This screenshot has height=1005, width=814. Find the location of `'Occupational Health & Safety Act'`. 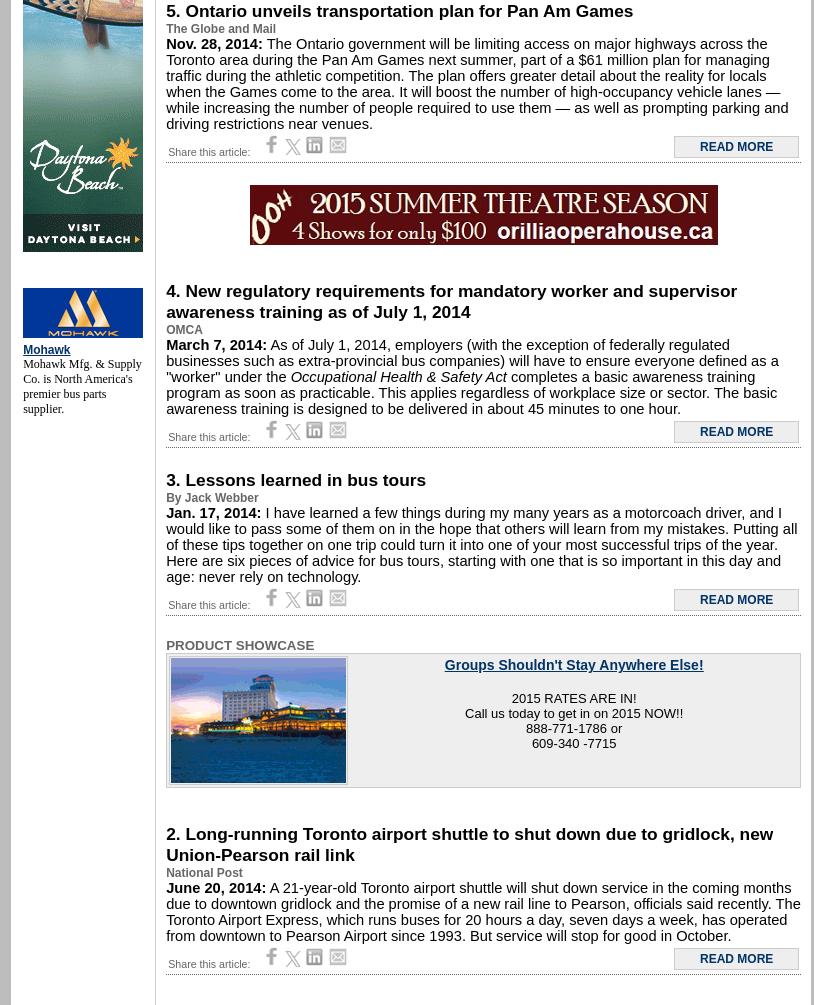

'Occupational Health & Safety Act' is located at coordinates (397, 376).